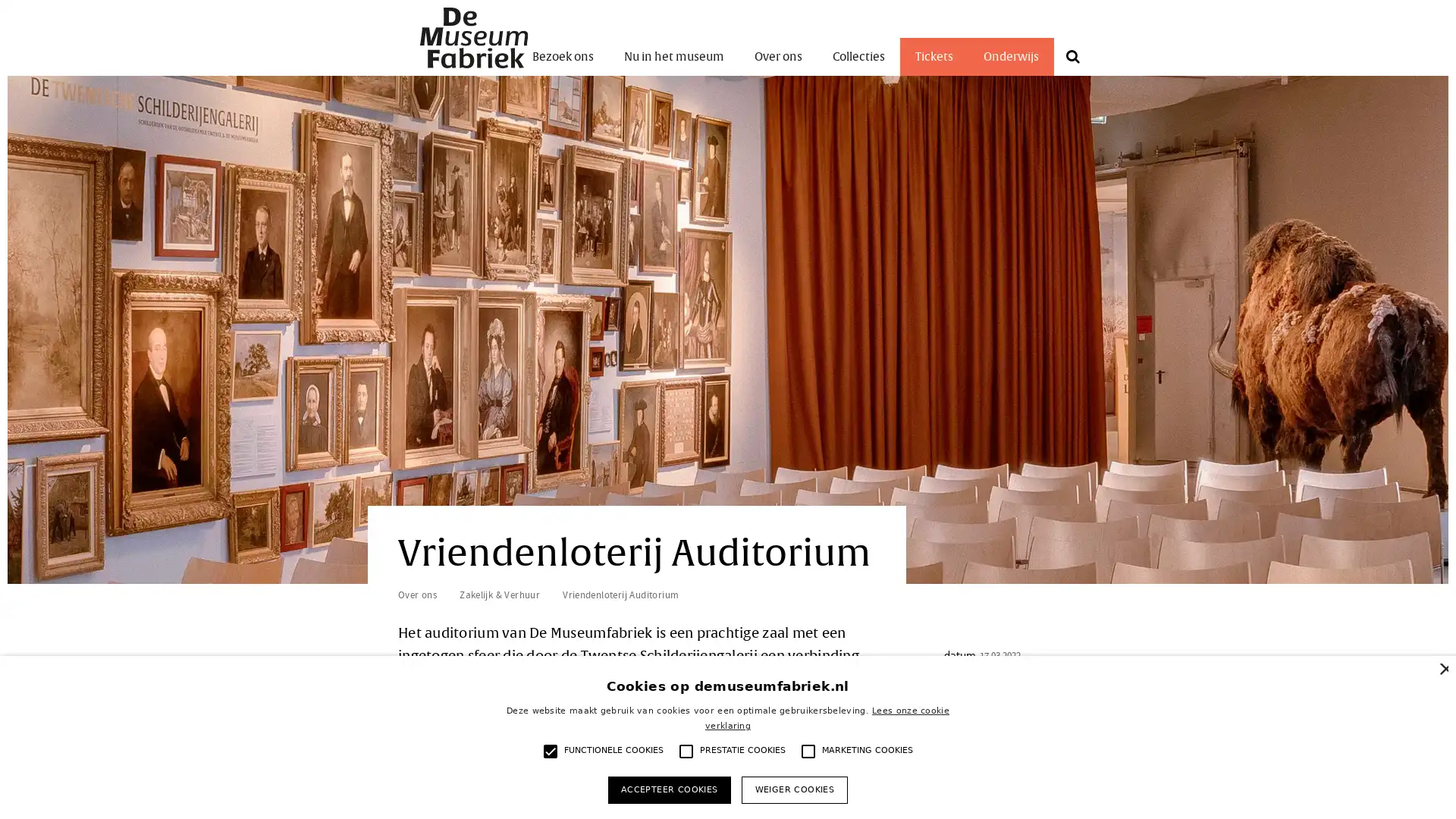 This screenshot has height=819, width=1456. I want to click on ACCEPTEER COOKIES, so click(668, 789).